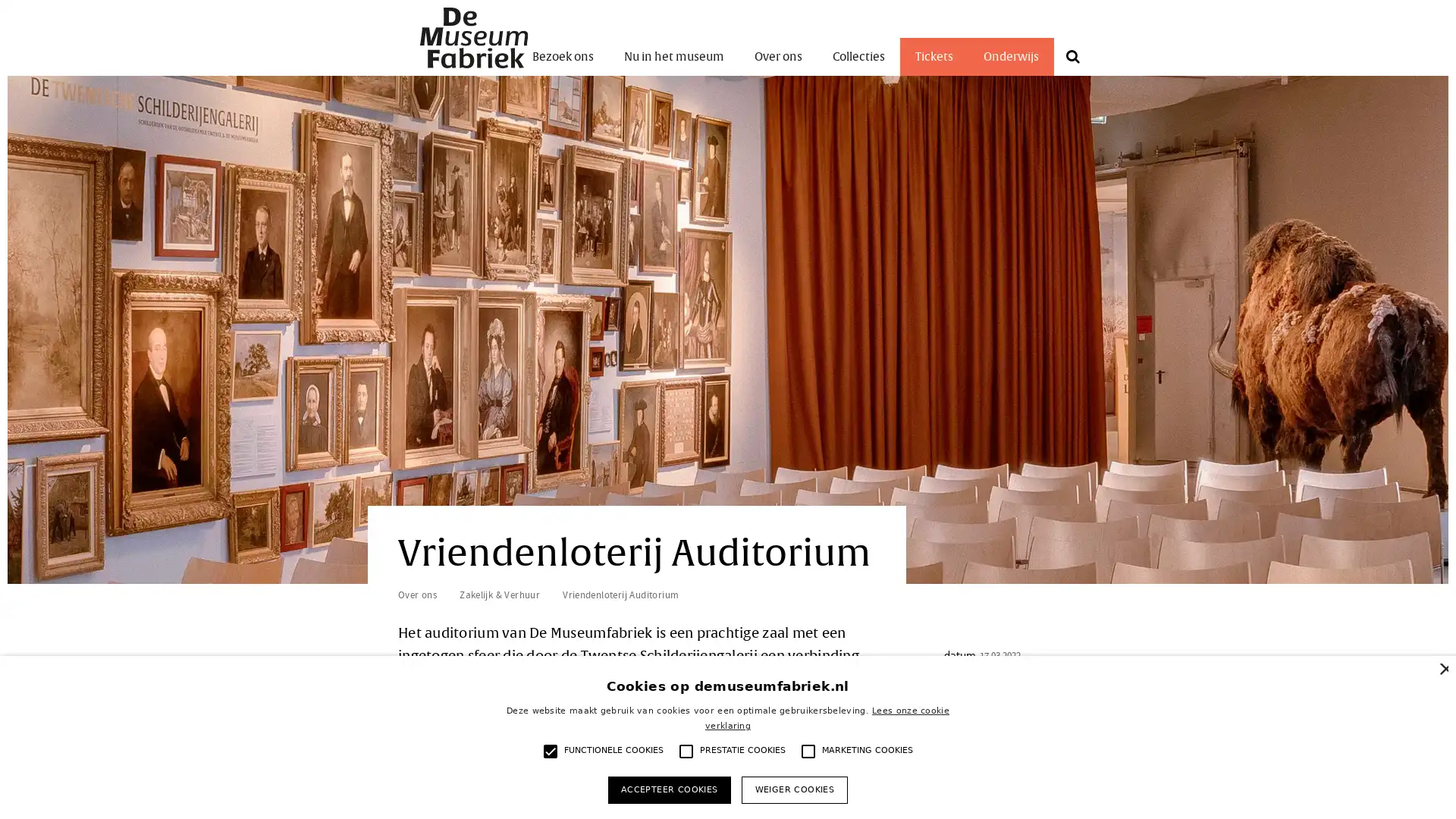 This screenshot has height=819, width=1456. I want to click on ACCEPTEER COOKIES, so click(668, 789).